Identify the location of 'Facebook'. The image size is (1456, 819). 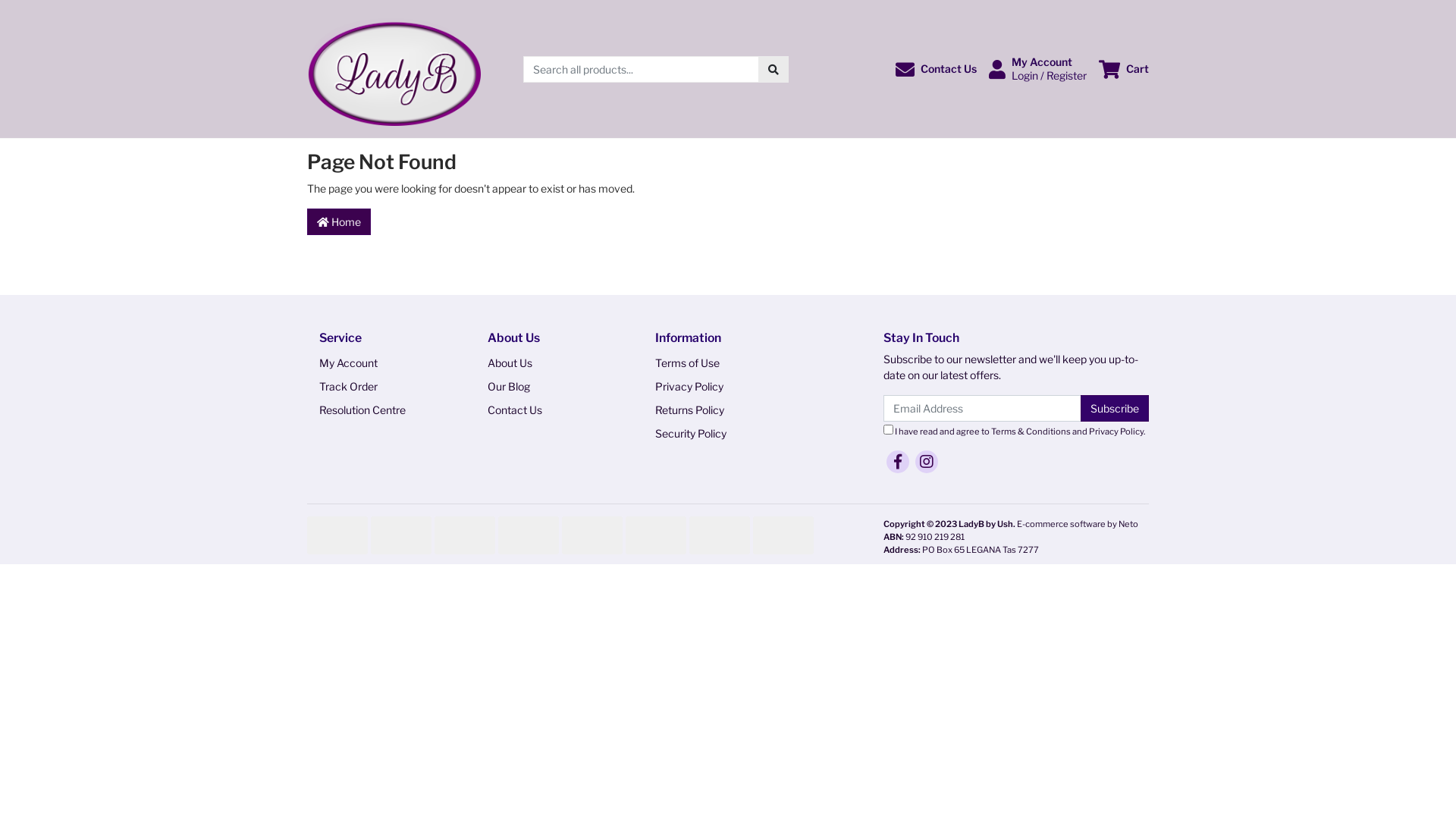
(898, 461).